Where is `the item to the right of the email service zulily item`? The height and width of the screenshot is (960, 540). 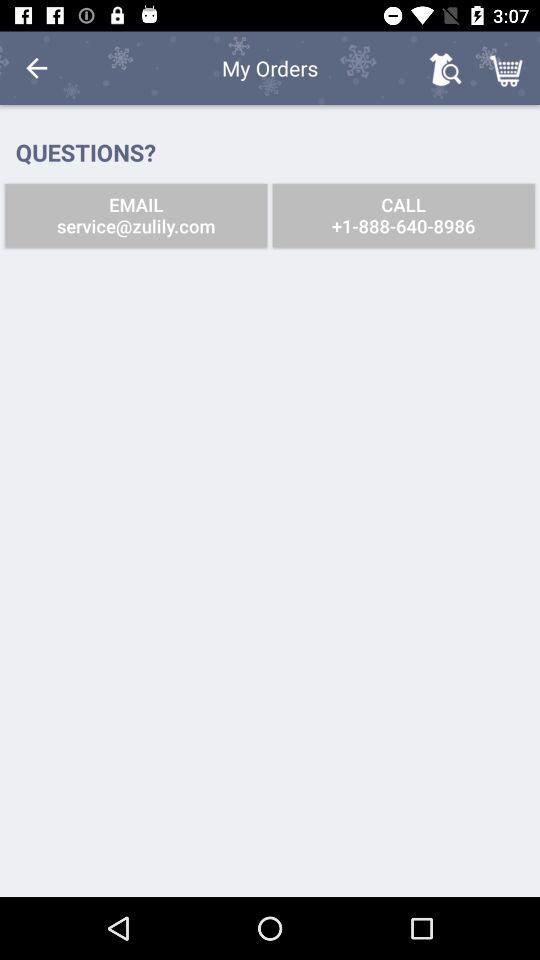
the item to the right of the email service zulily item is located at coordinates (403, 215).